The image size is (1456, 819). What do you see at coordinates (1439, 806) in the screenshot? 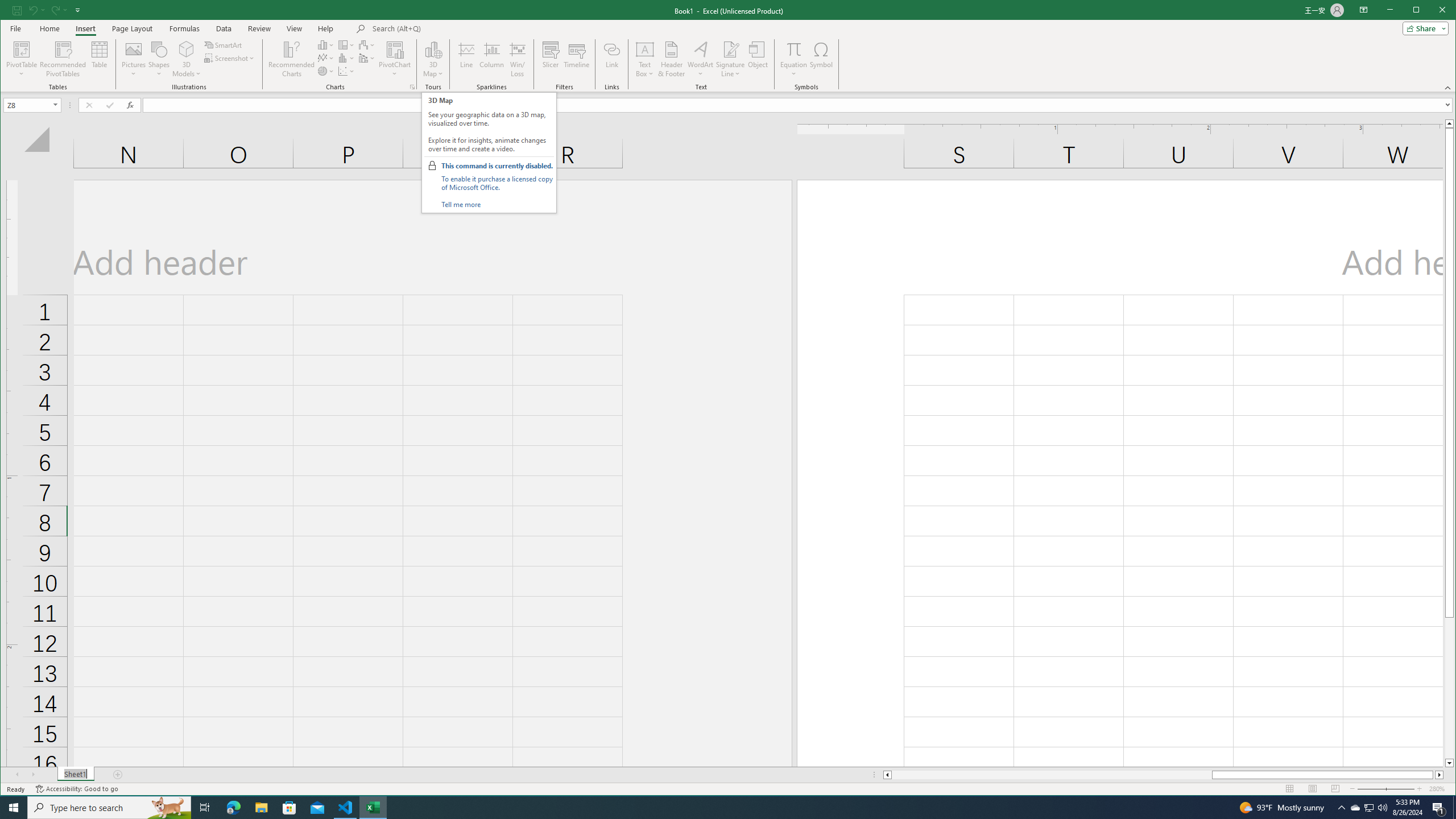
I see `'Action Center, 1 new notification'` at bounding box center [1439, 806].